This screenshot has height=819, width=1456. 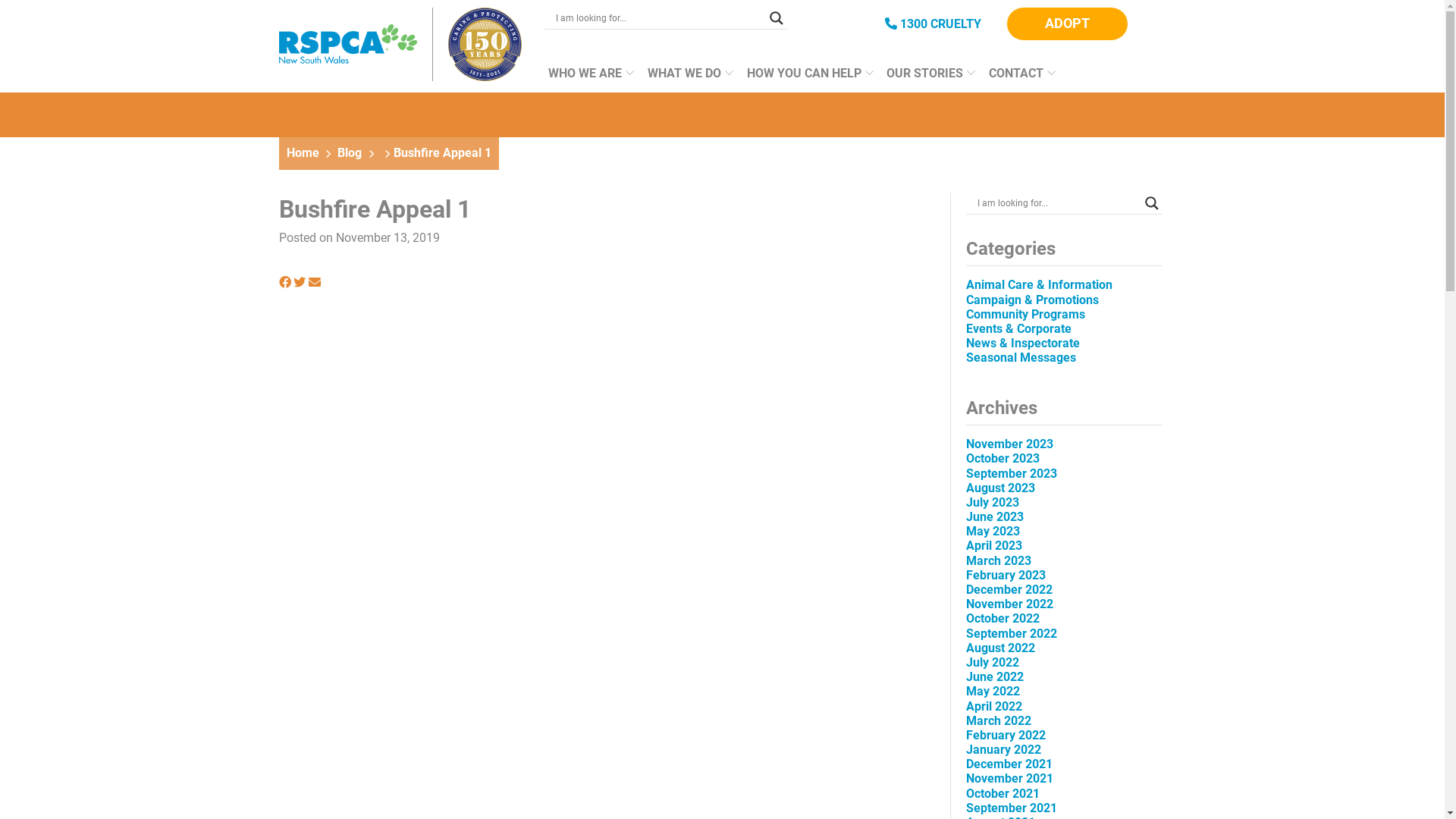 I want to click on 'November 2021', so click(x=1009, y=778).